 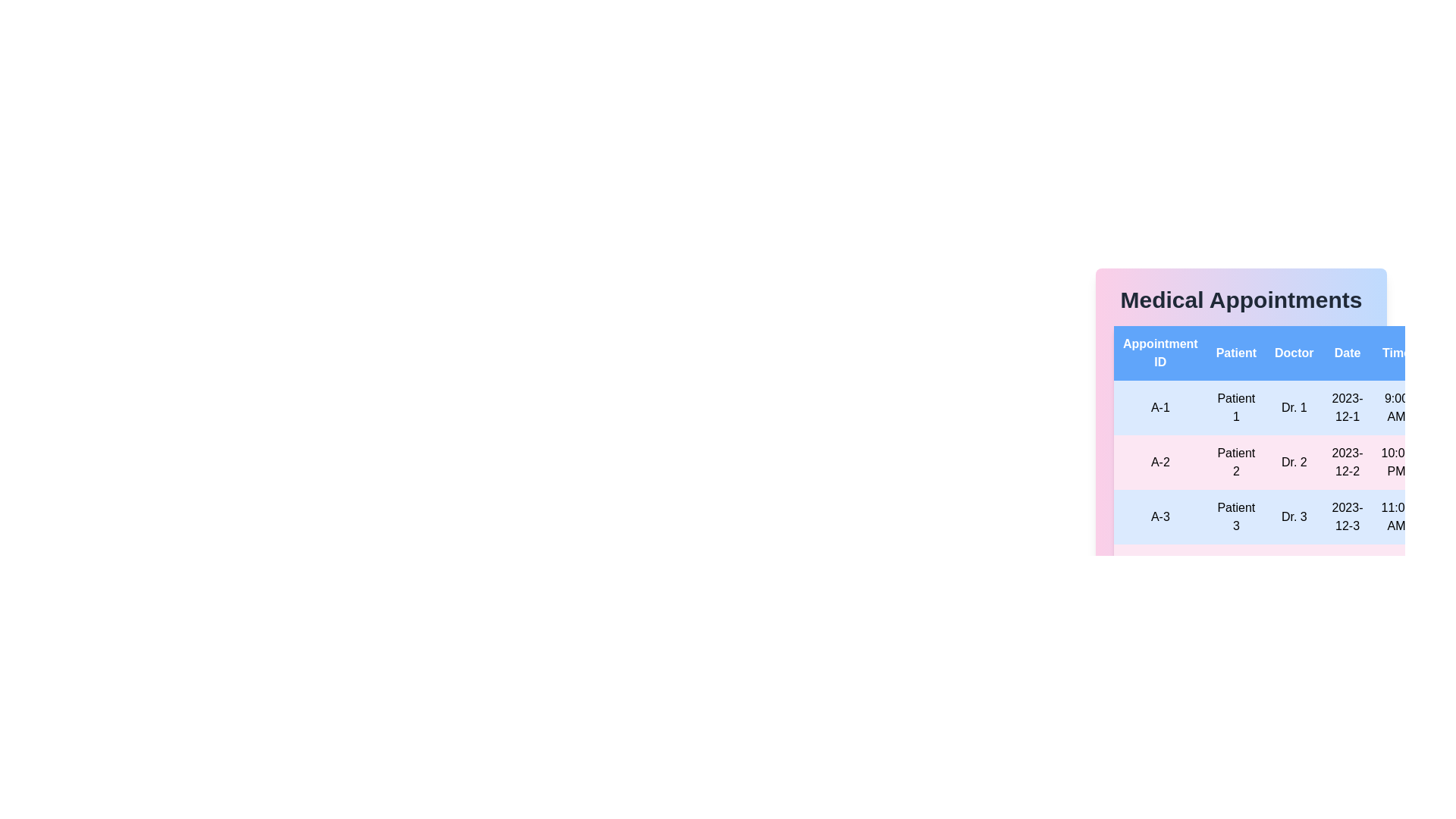 What do you see at coordinates (1396, 353) in the screenshot?
I see `the column header Time to sort the table by that column` at bounding box center [1396, 353].